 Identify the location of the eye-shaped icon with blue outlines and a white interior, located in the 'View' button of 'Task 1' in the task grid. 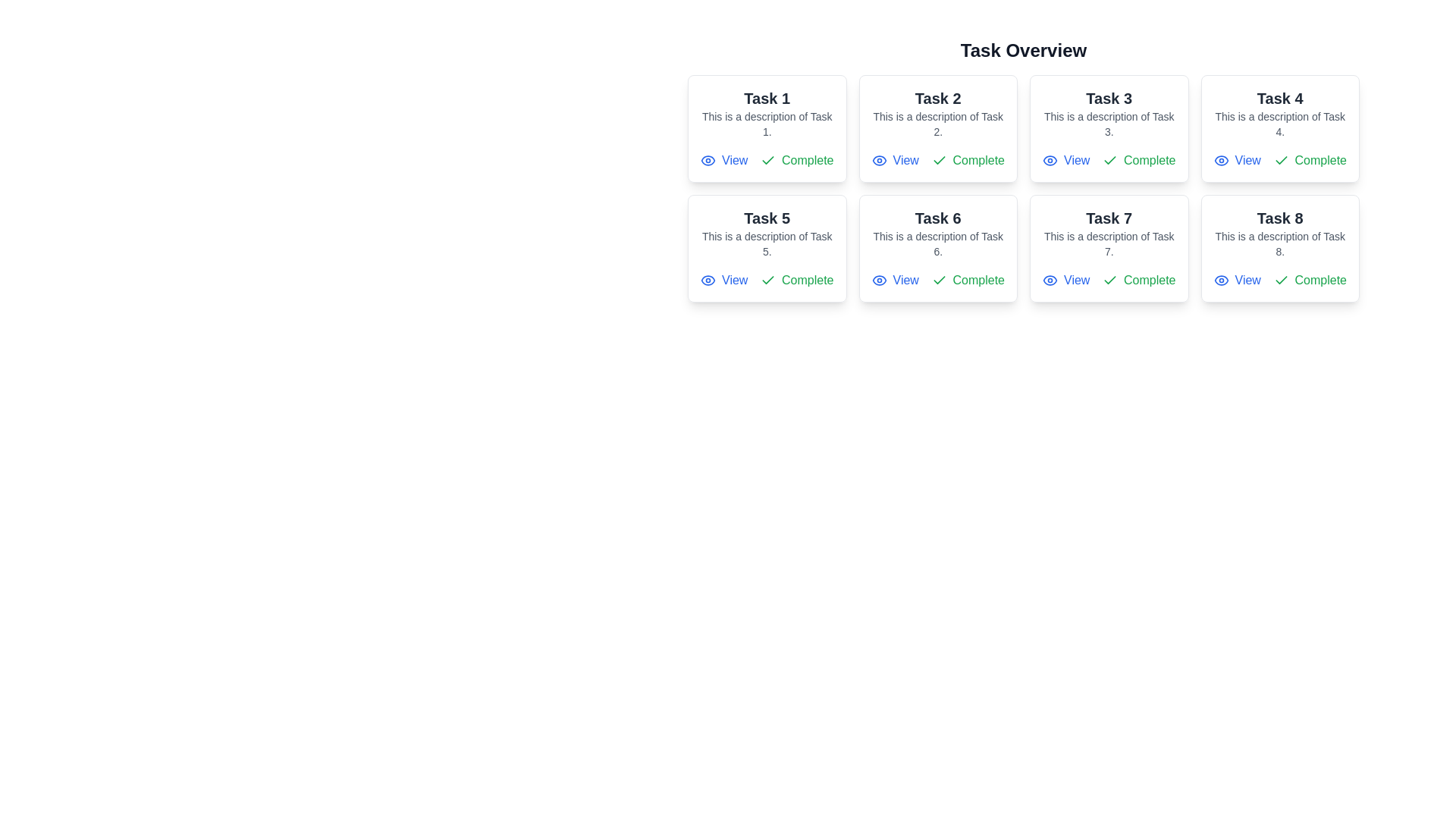
(708, 161).